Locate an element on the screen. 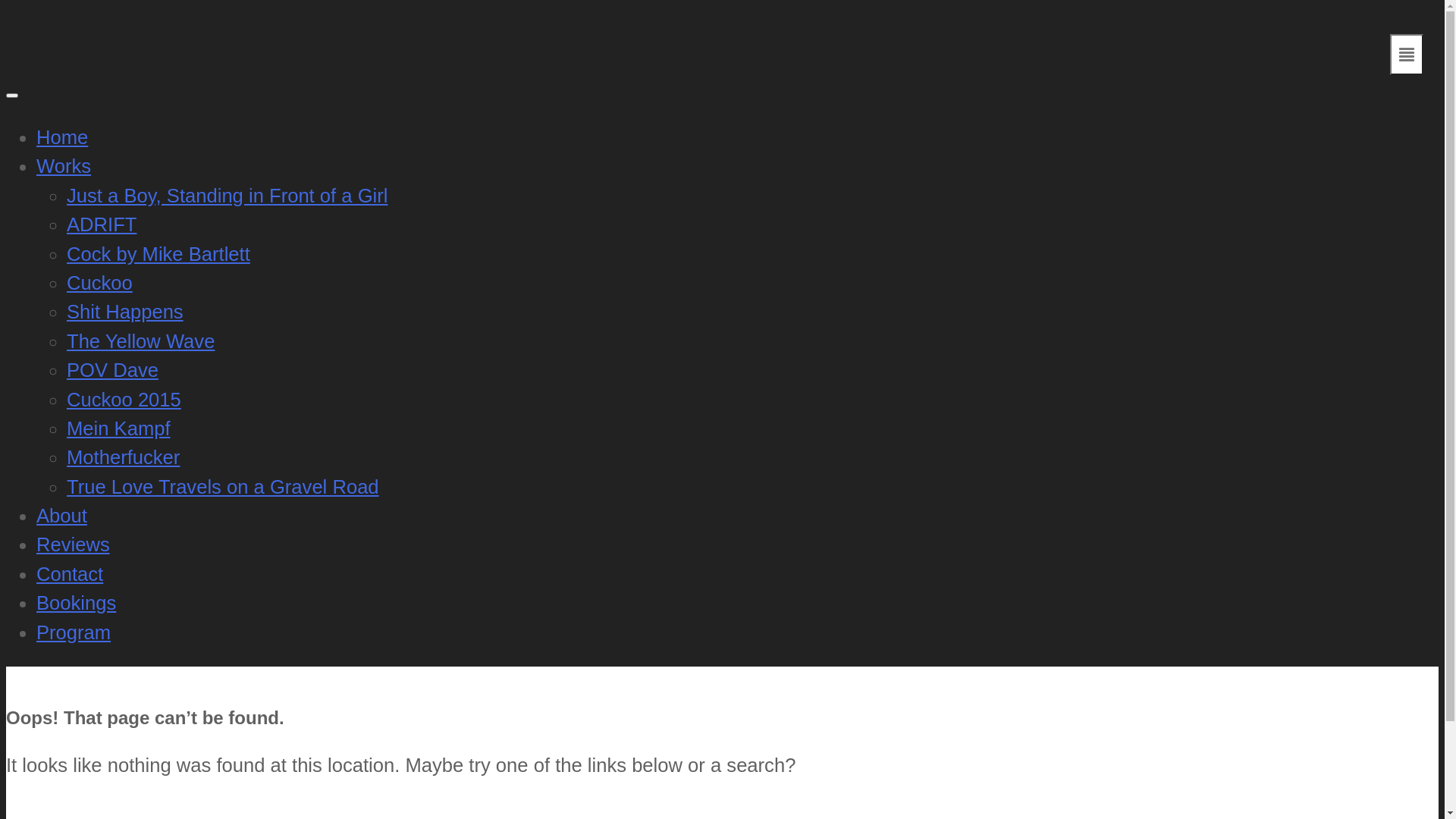 Image resolution: width=1456 pixels, height=819 pixels. 'Program' is located at coordinates (36, 632).